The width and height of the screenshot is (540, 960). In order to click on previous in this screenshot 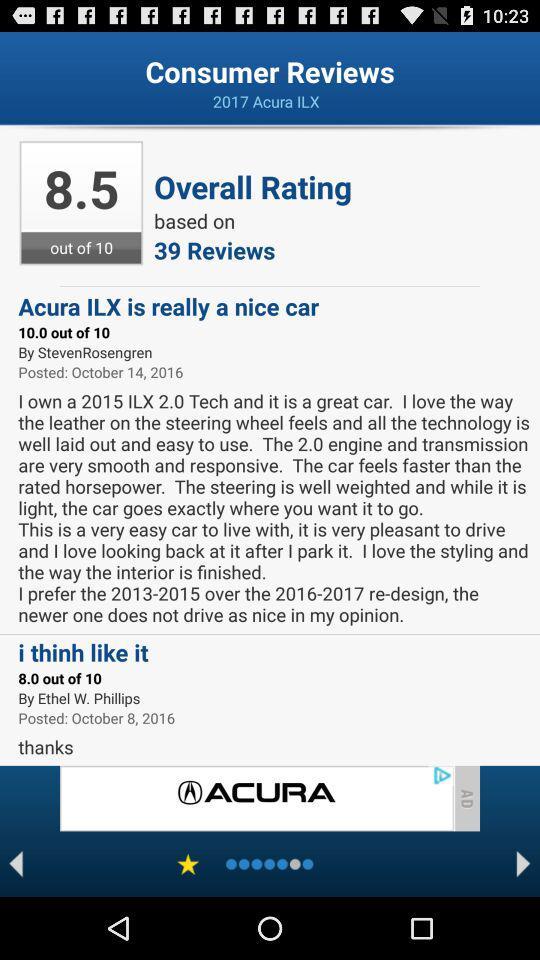, I will do `click(15, 863)`.